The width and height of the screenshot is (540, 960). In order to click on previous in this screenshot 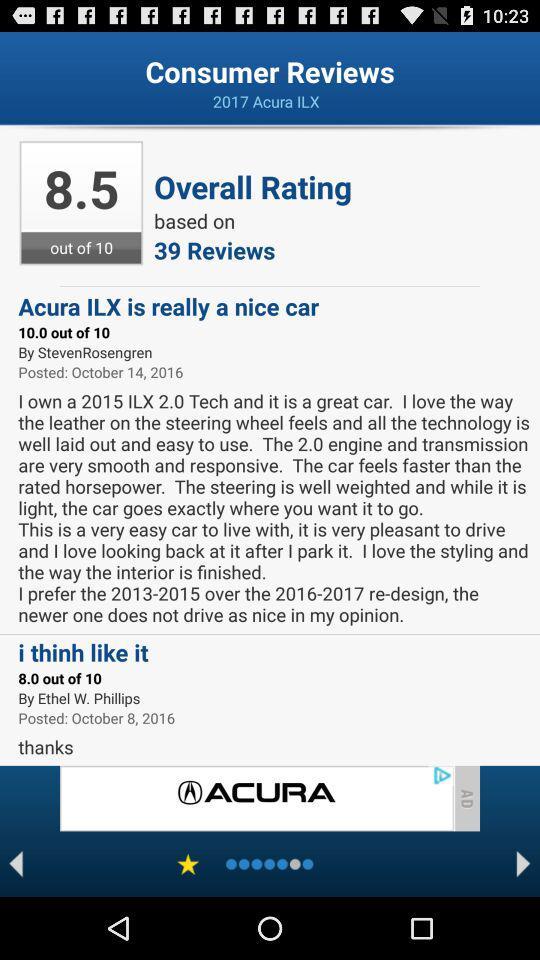, I will do `click(15, 863)`.